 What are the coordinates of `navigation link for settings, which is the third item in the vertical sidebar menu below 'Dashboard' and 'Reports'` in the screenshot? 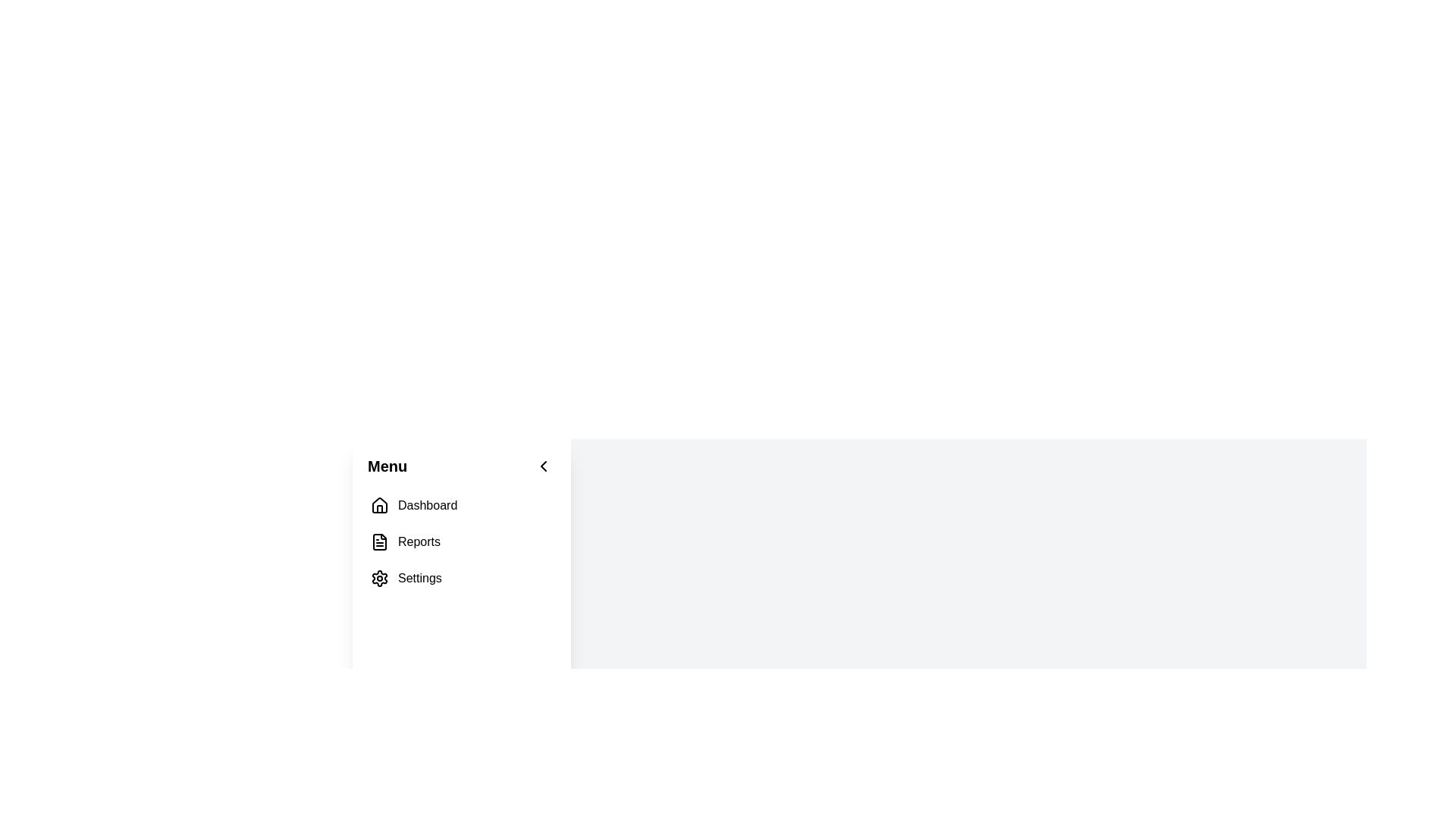 It's located at (461, 579).